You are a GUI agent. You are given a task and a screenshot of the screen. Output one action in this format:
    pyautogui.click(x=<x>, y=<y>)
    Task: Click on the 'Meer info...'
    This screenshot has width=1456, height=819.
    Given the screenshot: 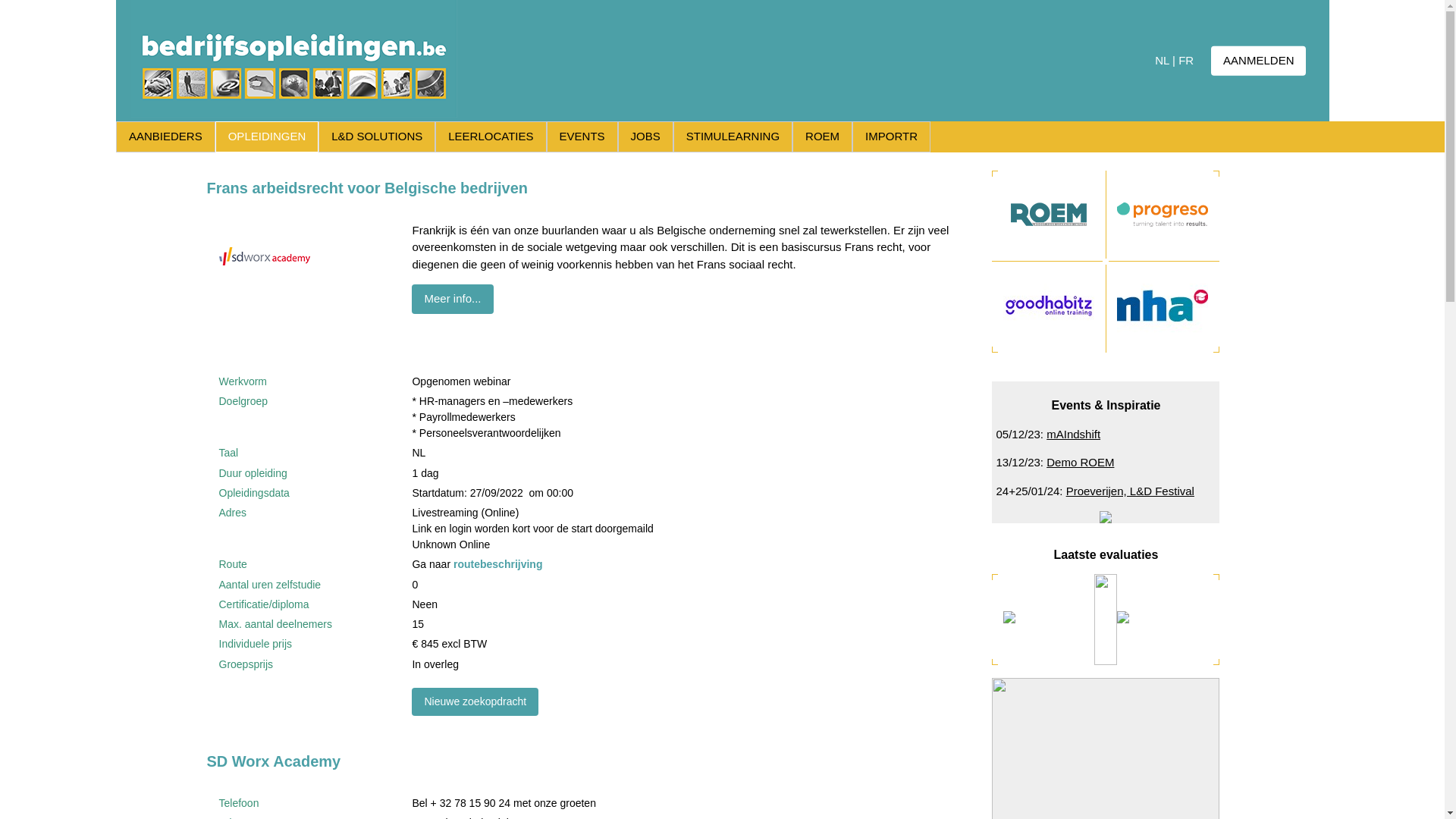 What is the action you would take?
    pyautogui.click(x=411, y=299)
    